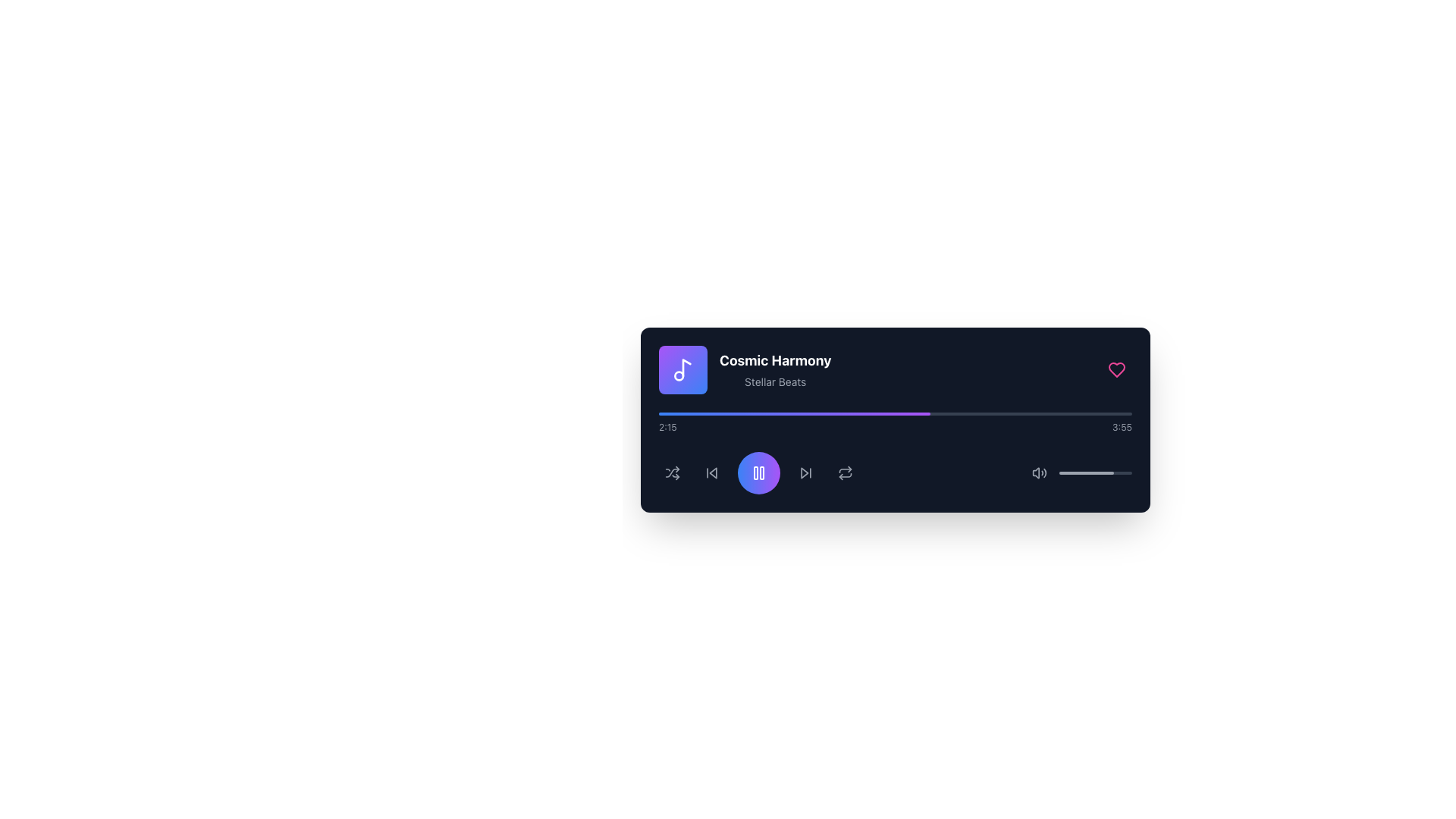 This screenshot has width=1456, height=819. I want to click on playback time, so click(661, 414).